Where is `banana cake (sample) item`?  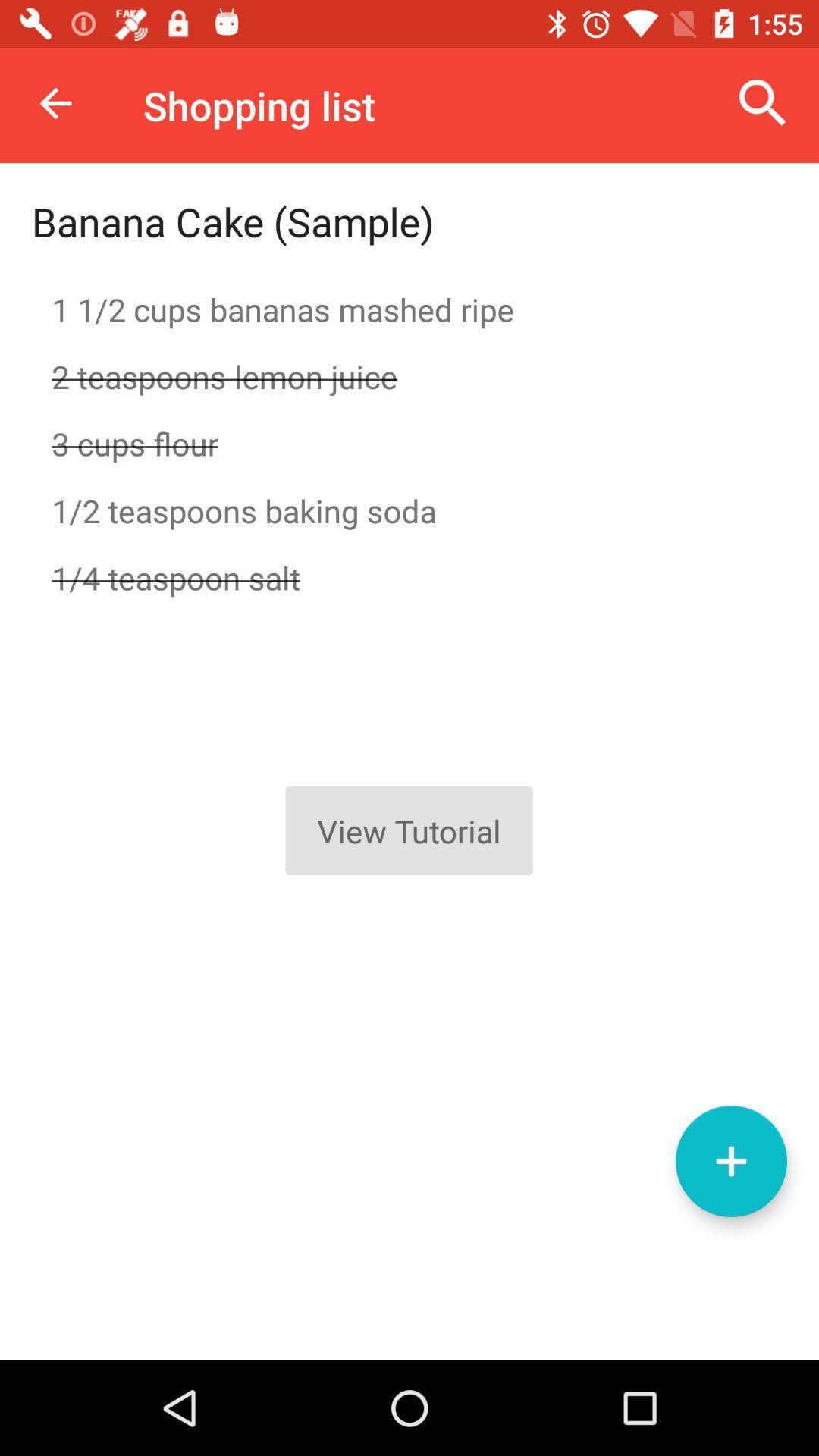
banana cake (sample) item is located at coordinates (233, 221).